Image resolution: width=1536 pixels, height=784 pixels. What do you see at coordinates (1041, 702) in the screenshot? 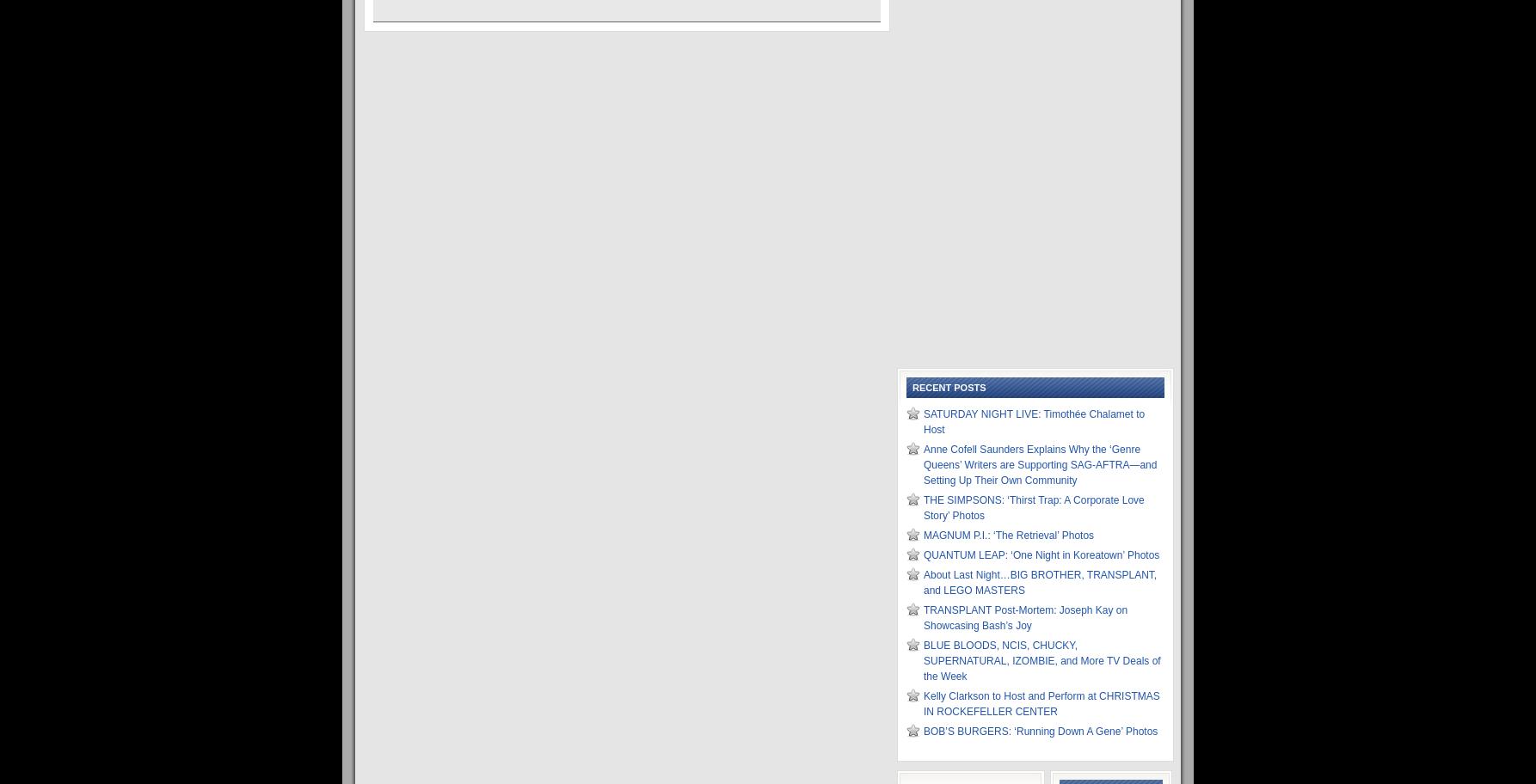
I see `'Kelly Clarkson to Host and Perform at CHRISTMAS IN ROCKEFELLER CENTER'` at bounding box center [1041, 702].